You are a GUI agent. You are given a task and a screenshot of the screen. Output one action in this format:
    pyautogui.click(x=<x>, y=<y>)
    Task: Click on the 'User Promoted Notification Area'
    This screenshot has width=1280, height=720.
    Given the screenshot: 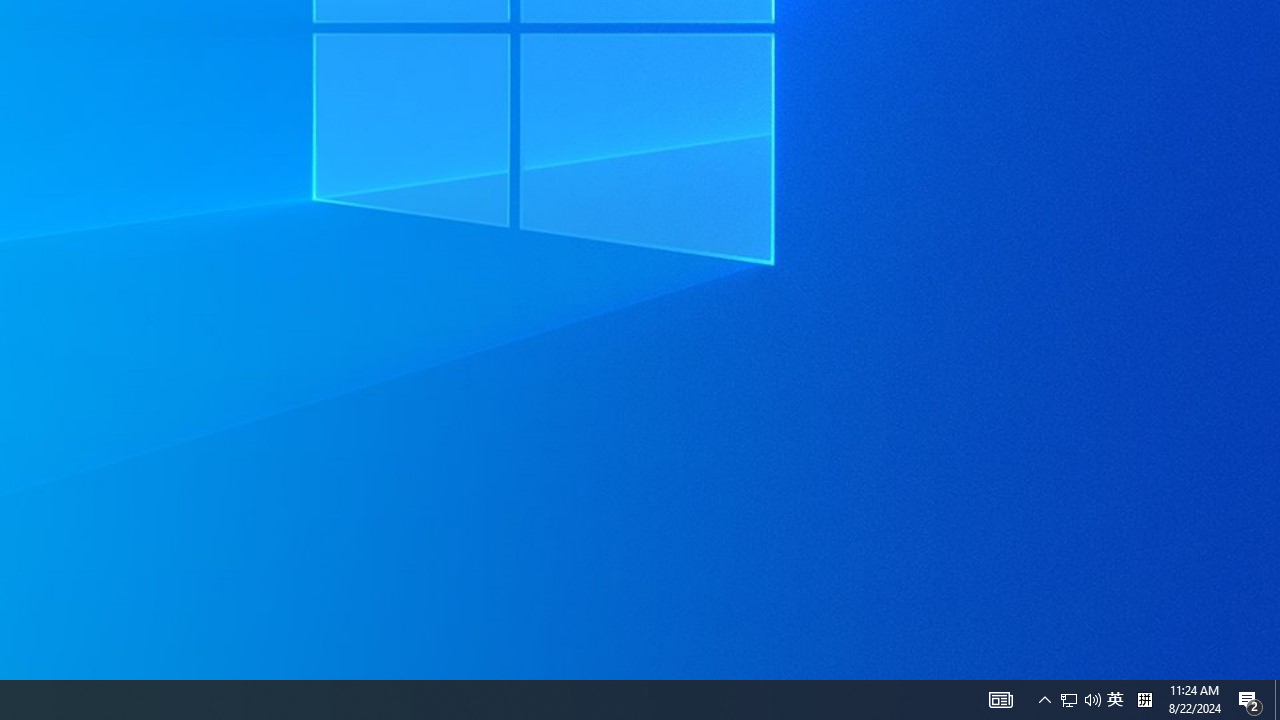 What is the action you would take?
    pyautogui.click(x=1079, y=698)
    